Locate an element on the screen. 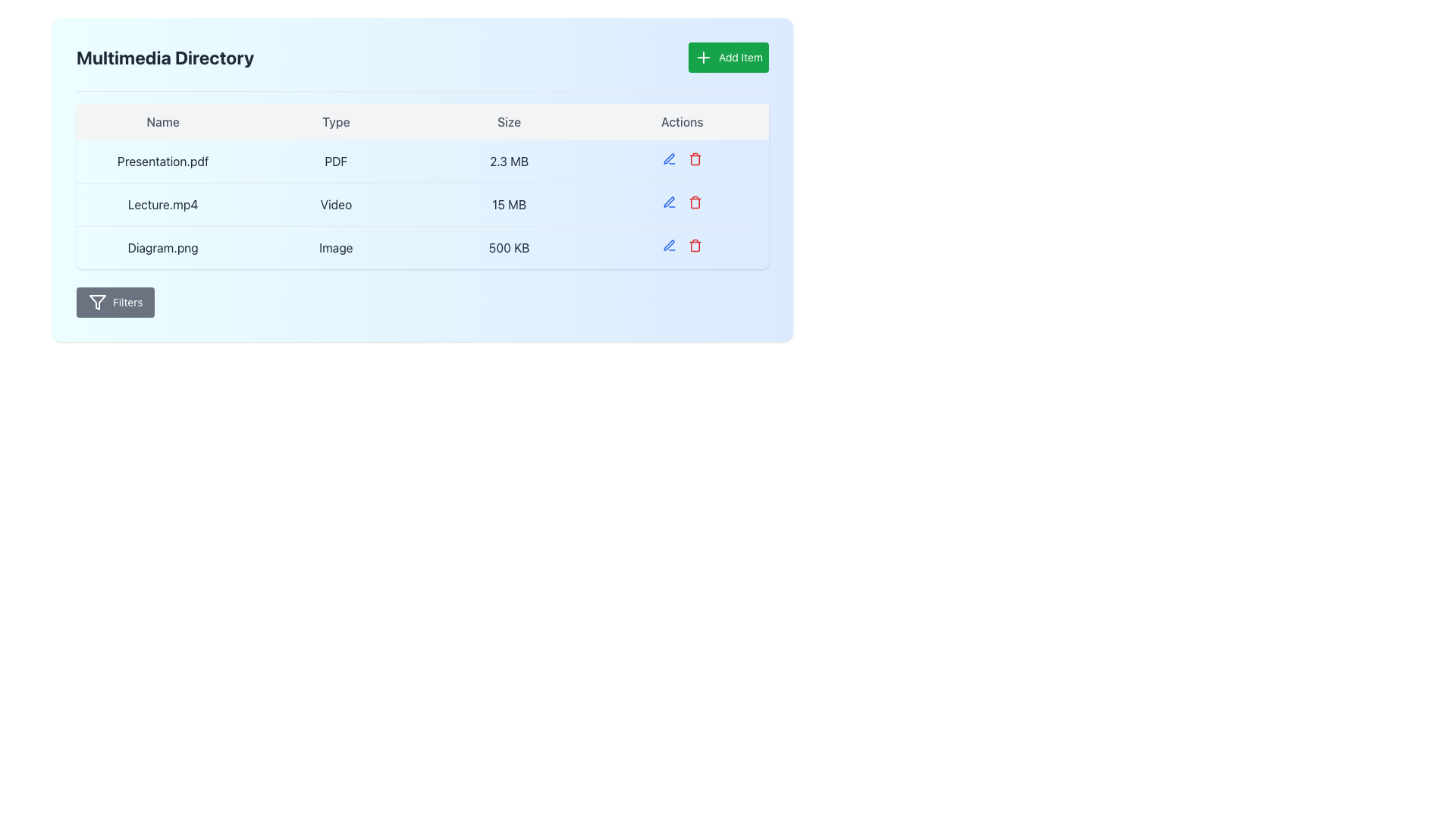 Image resolution: width=1456 pixels, height=819 pixels. the delete button located in the 'Actions' column of the table for the entry 'Presentation.pdf' is located at coordinates (694, 158).